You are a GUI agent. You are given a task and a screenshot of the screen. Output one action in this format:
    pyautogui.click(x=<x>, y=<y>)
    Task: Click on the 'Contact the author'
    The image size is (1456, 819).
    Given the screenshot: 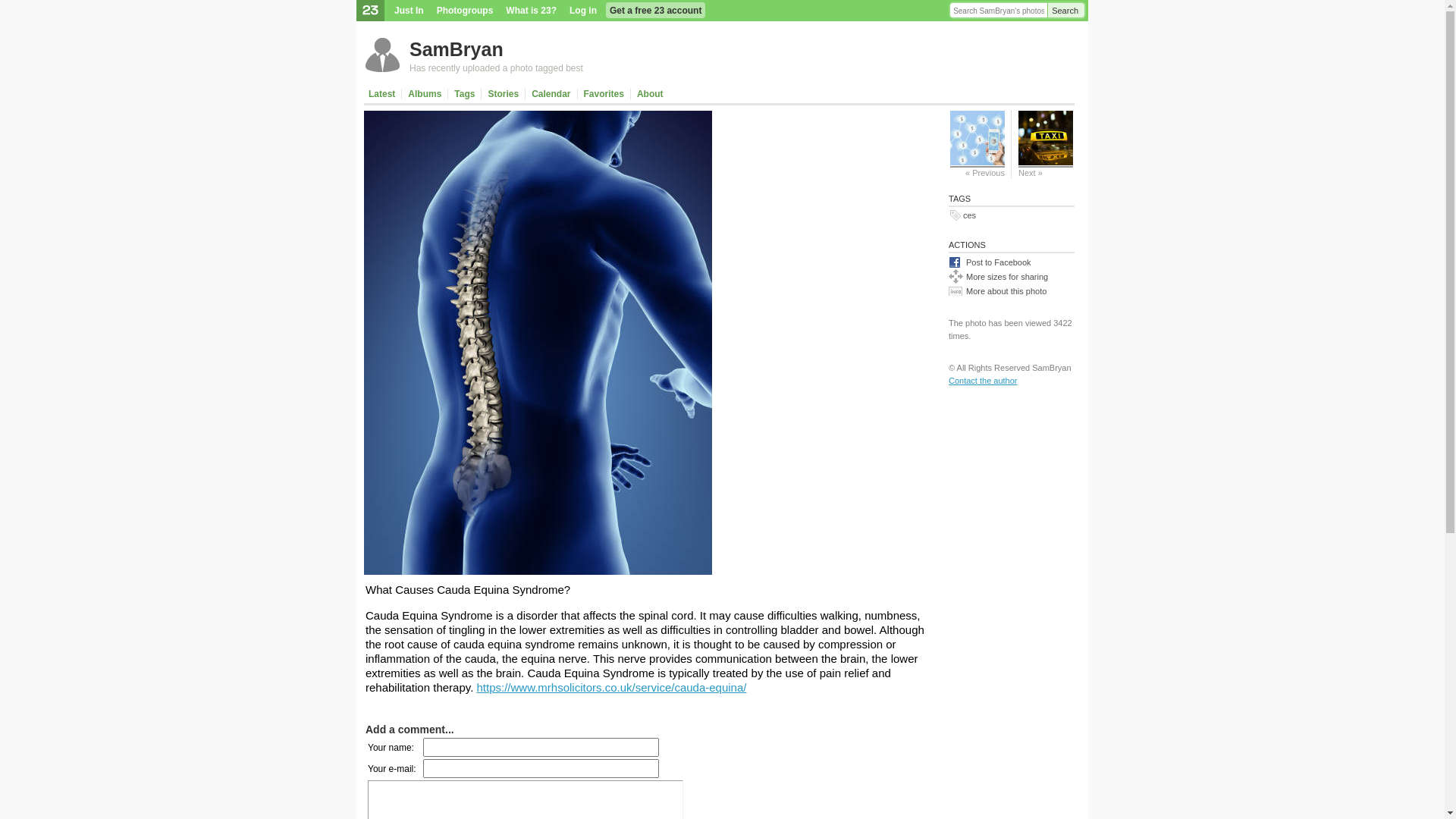 What is the action you would take?
    pyautogui.click(x=983, y=379)
    